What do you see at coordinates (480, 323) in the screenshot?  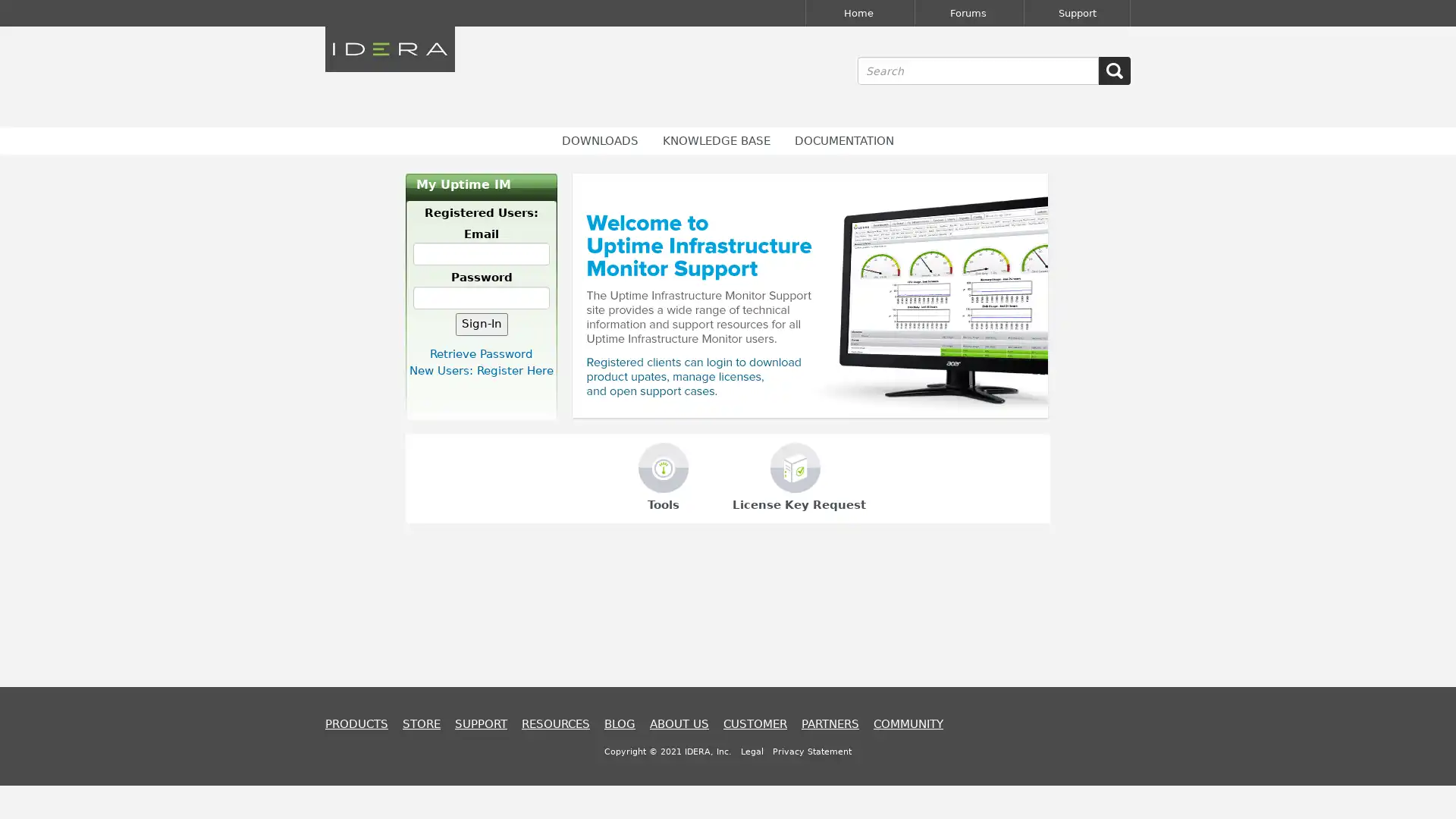 I see `Sign-In` at bounding box center [480, 323].